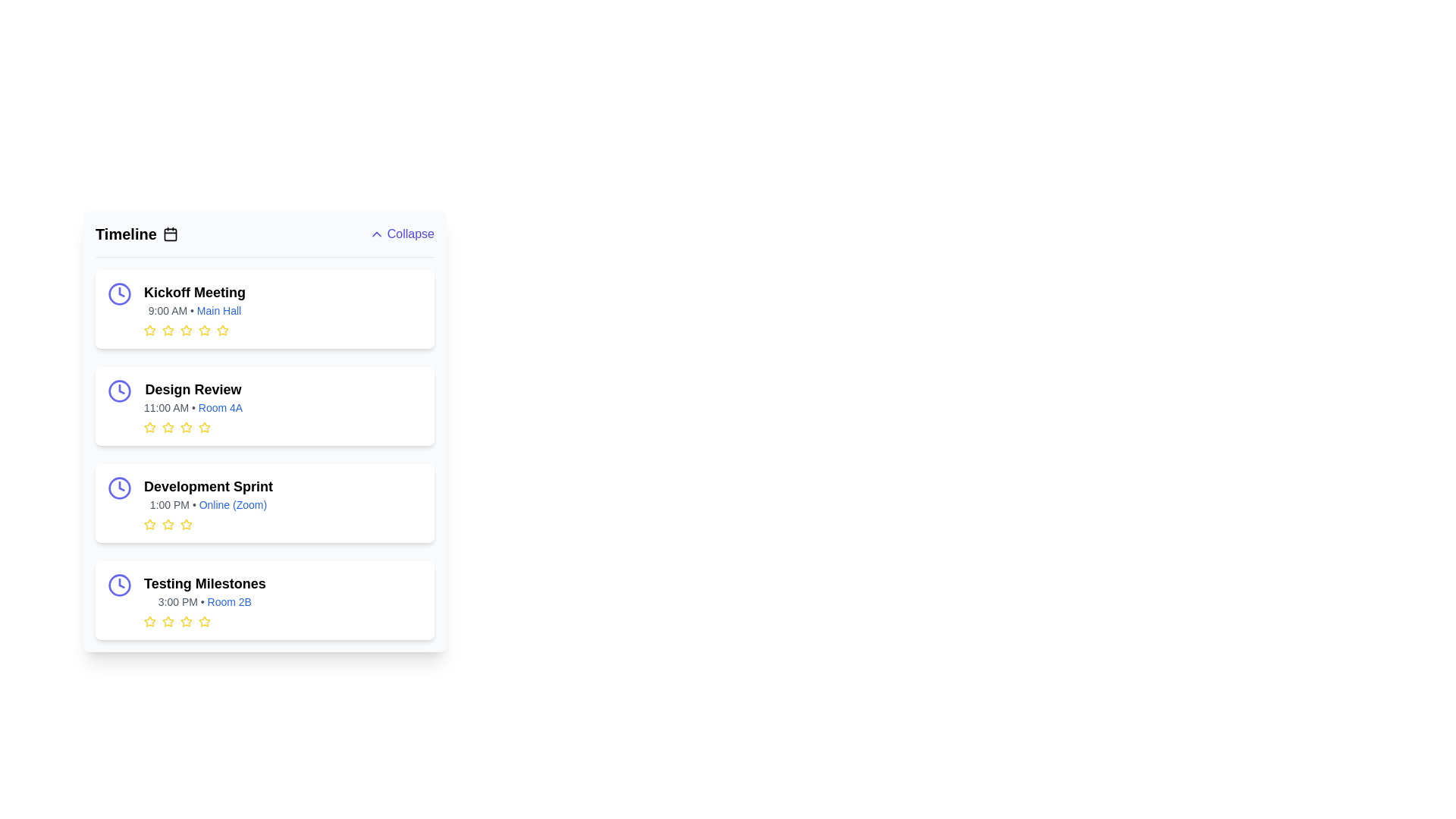 The width and height of the screenshot is (1456, 819). I want to click on the time-related icon located at the top-left corner of the 'Kickoff Meeting' card by moving the cursor to it, so click(119, 294).